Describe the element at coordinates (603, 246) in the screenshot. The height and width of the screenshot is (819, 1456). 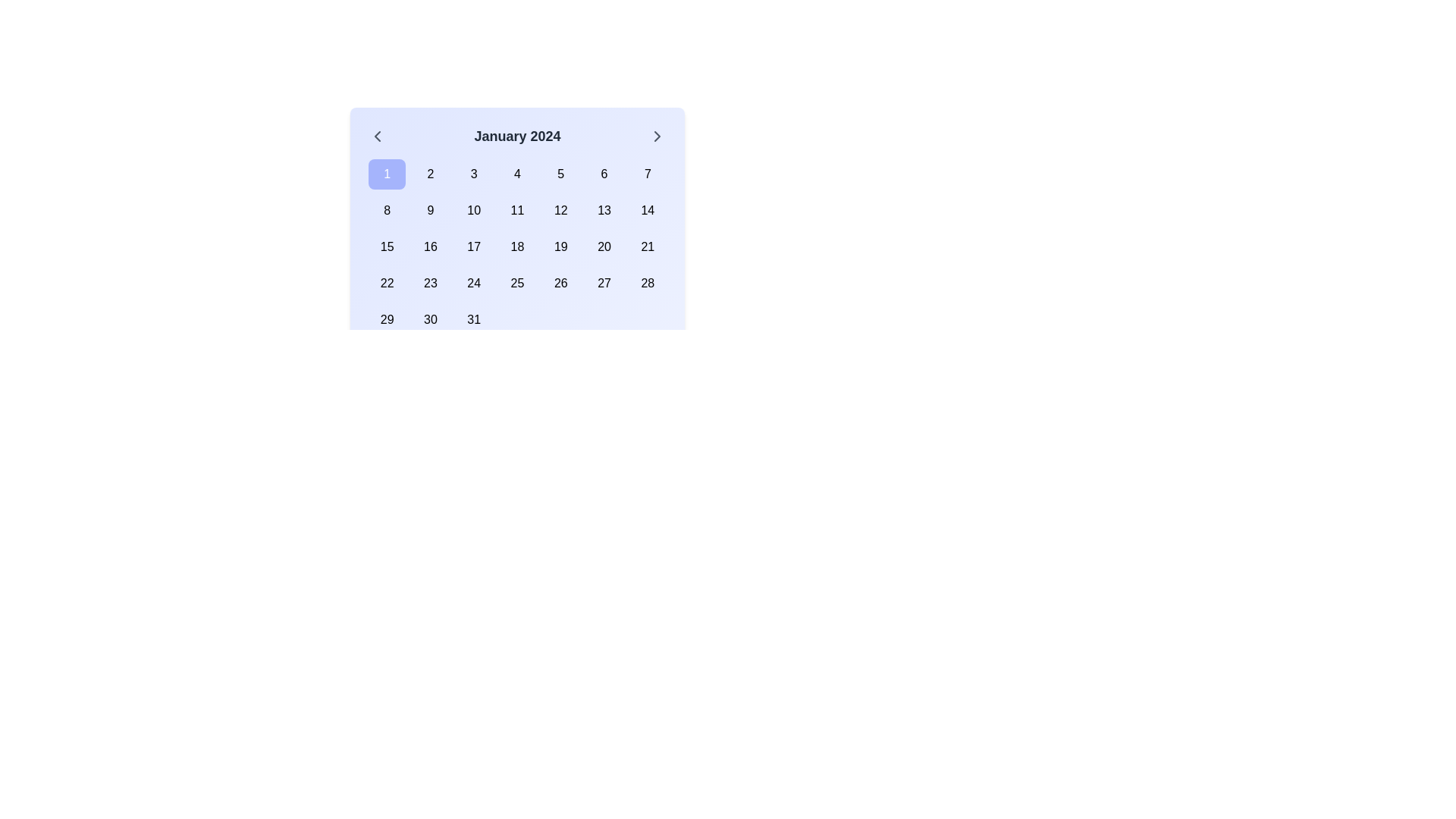
I see `the rectangular button displaying the number '20' in bold font, located in the fifth row and third column of the calendar view` at that location.